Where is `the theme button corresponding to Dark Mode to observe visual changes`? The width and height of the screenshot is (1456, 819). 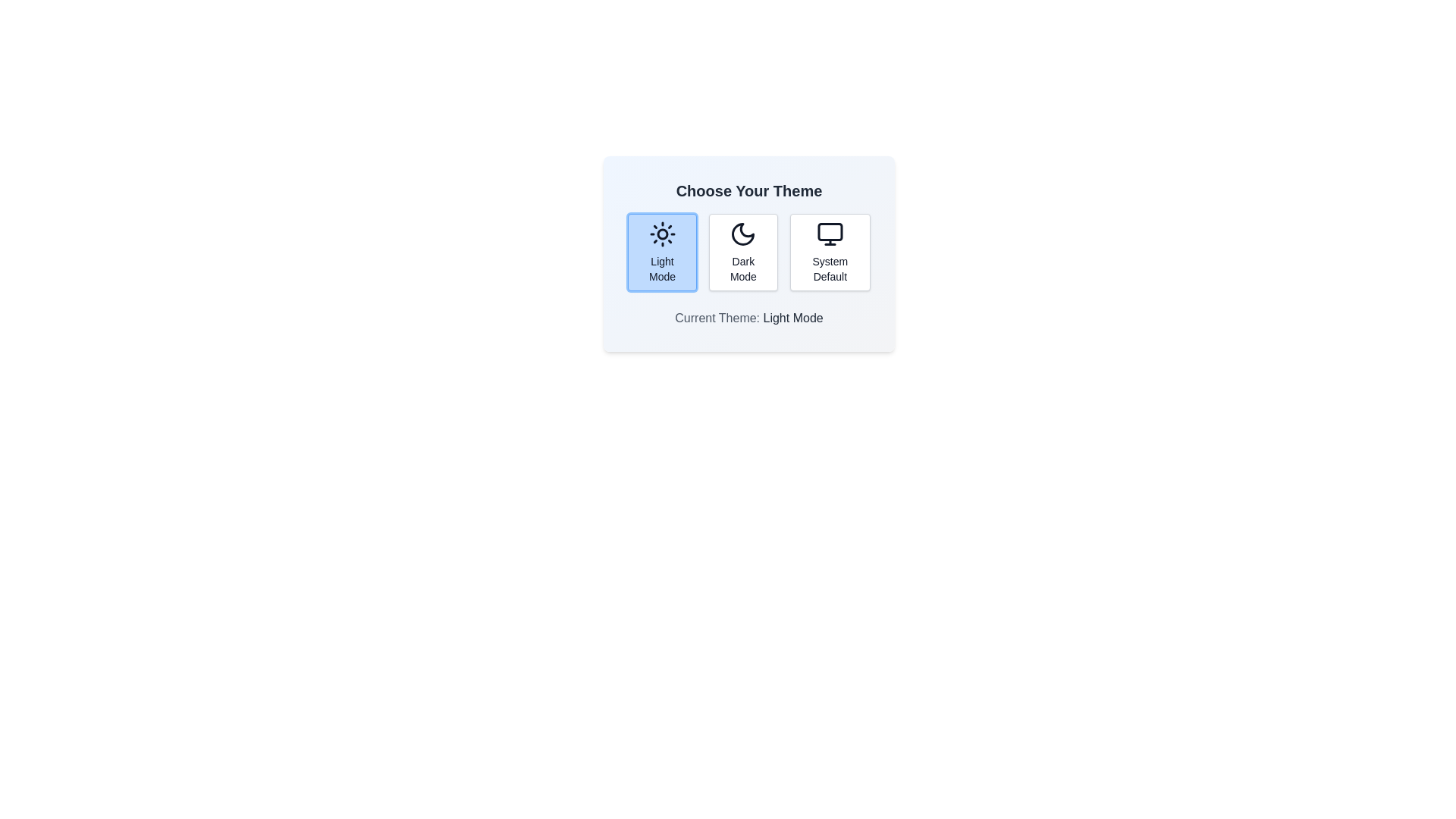
the theme button corresponding to Dark Mode to observe visual changes is located at coordinates (742, 251).